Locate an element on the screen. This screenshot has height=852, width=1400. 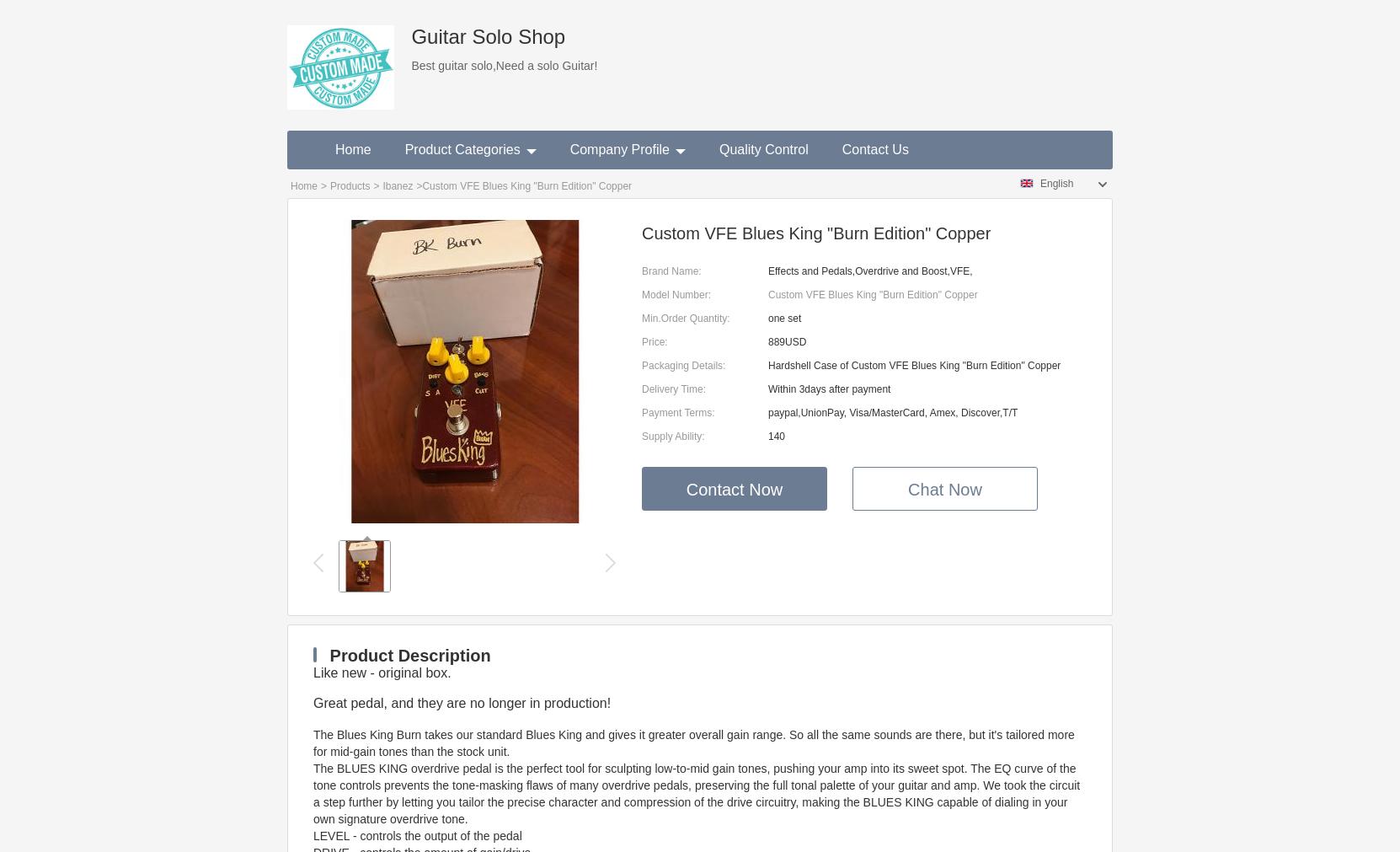
'Price:' is located at coordinates (654, 341).